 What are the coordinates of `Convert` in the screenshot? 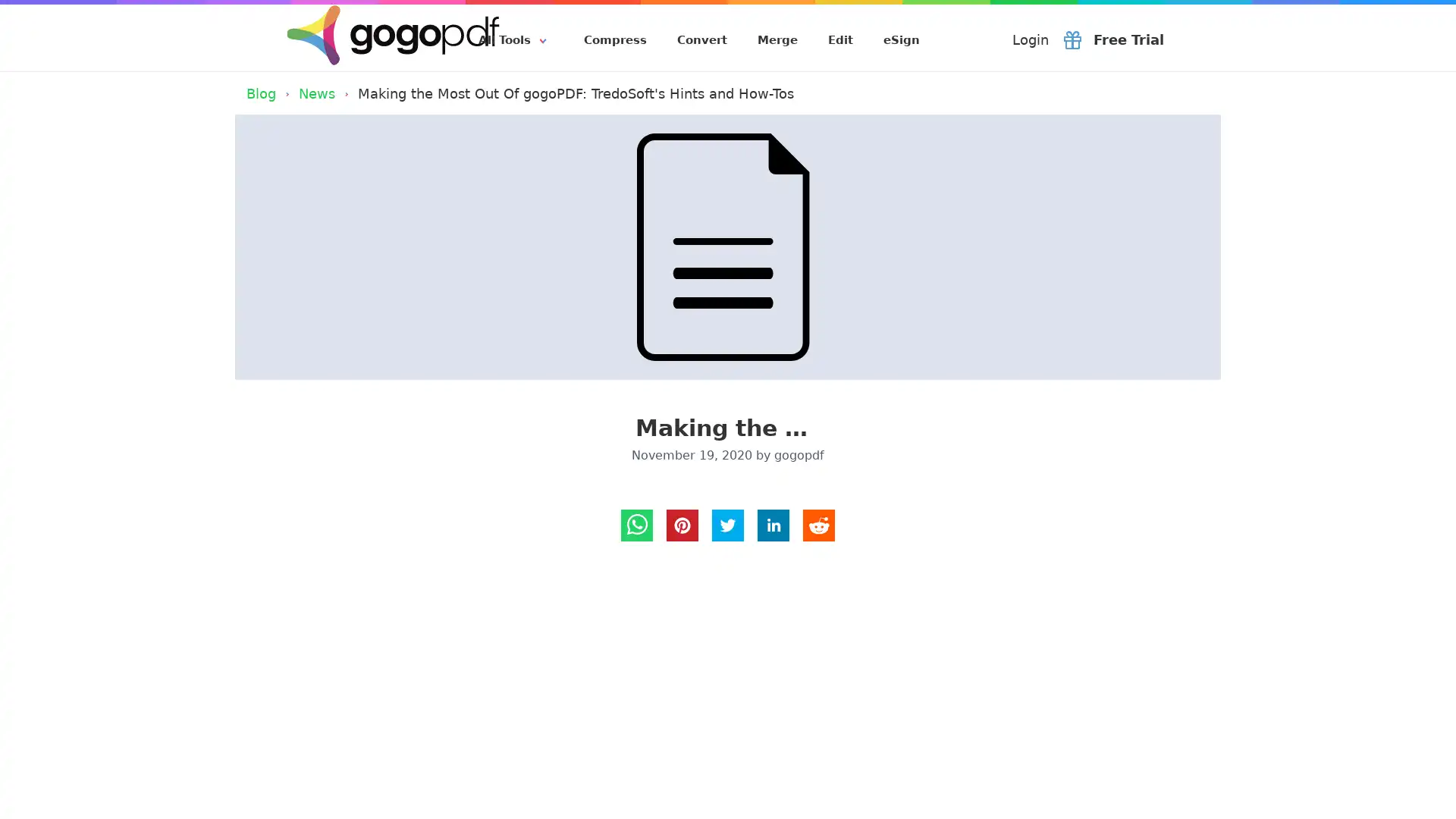 It's located at (701, 39).